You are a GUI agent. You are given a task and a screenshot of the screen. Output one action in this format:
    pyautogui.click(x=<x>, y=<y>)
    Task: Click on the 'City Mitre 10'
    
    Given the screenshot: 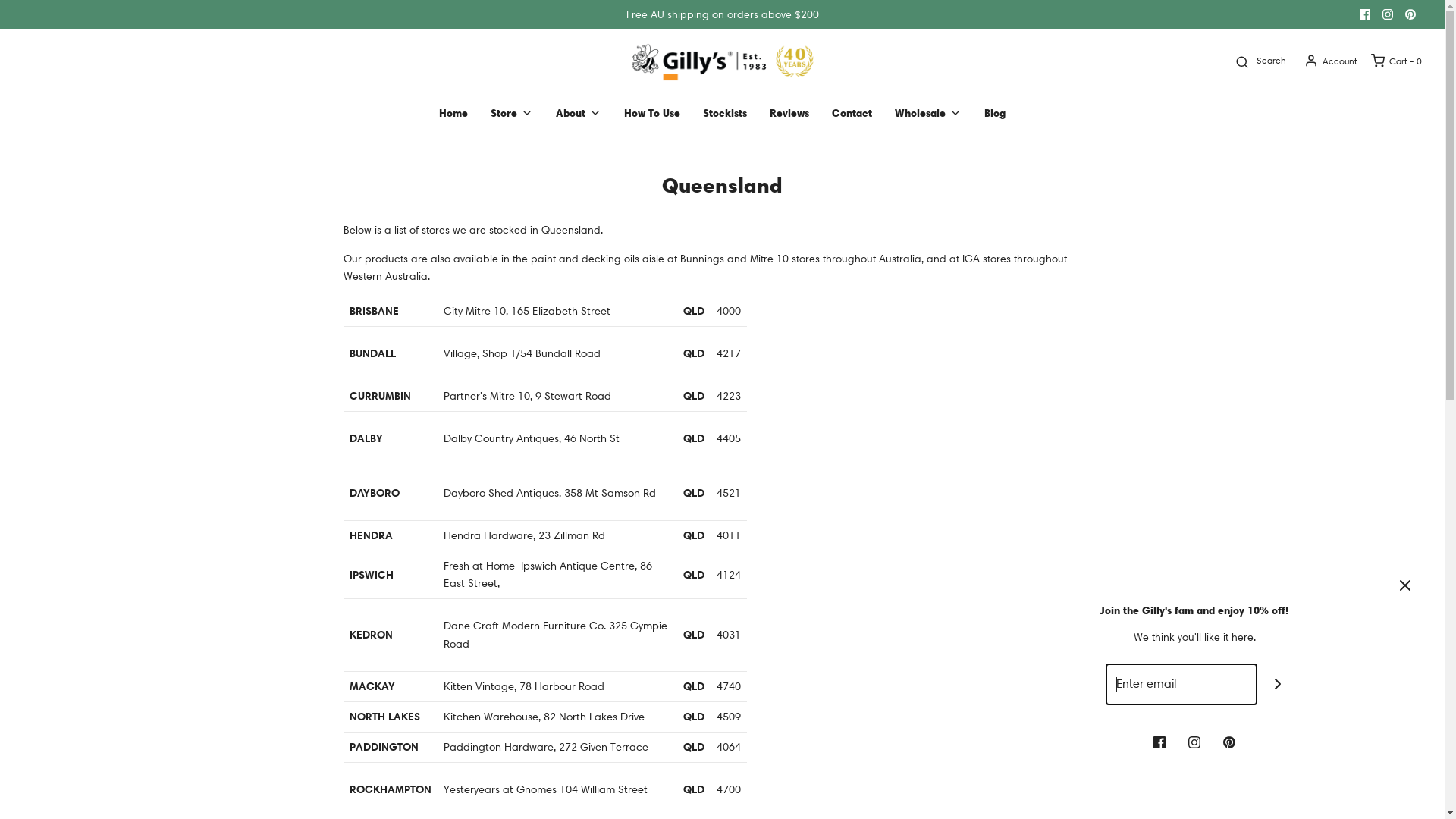 What is the action you would take?
    pyautogui.click(x=472, y=309)
    